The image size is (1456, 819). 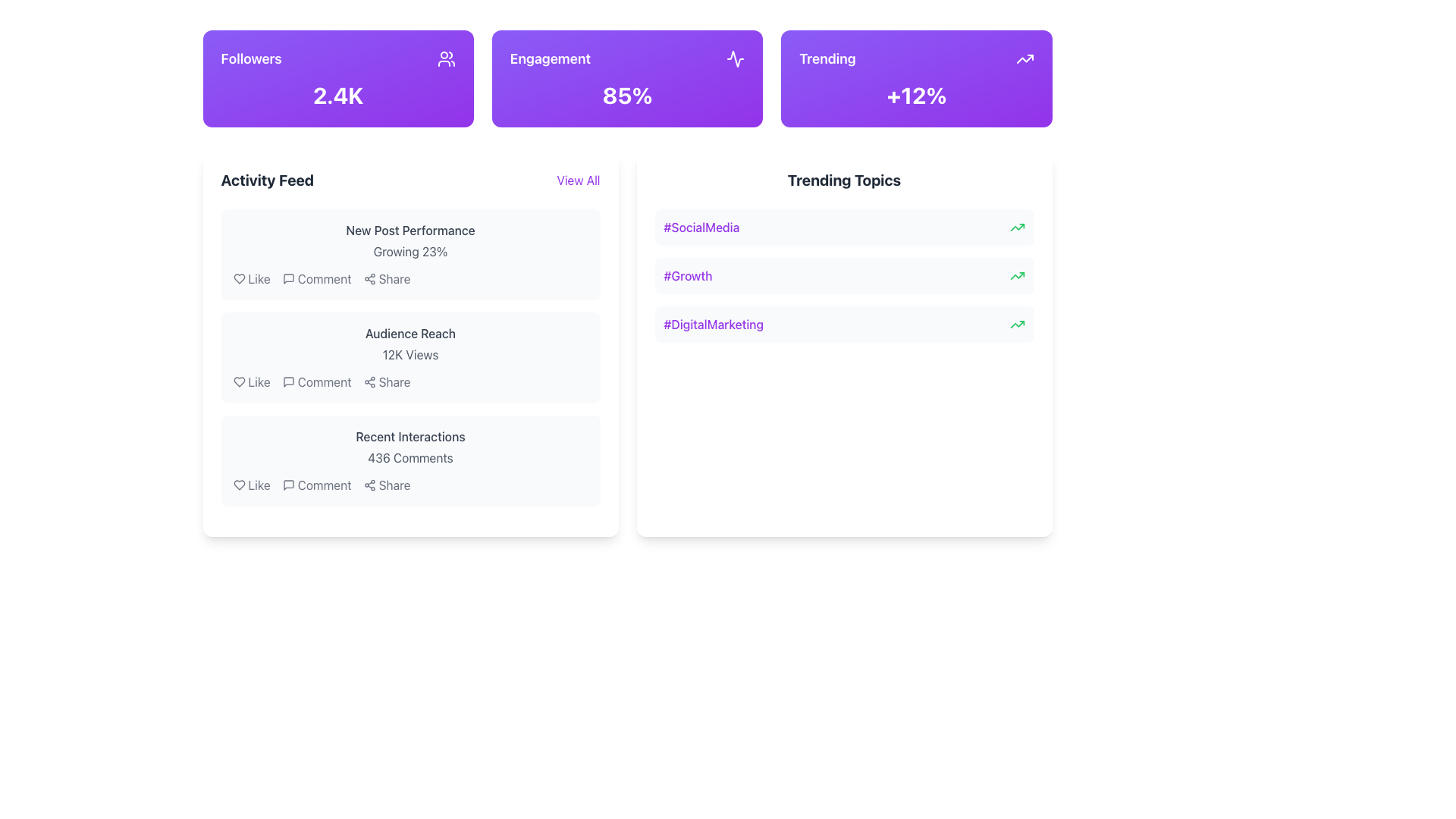 I want to click on the first list item in the 'Trending Topics' section, which indicates a trending topic with a visual popularity indicator, so click(x=843, y=227).